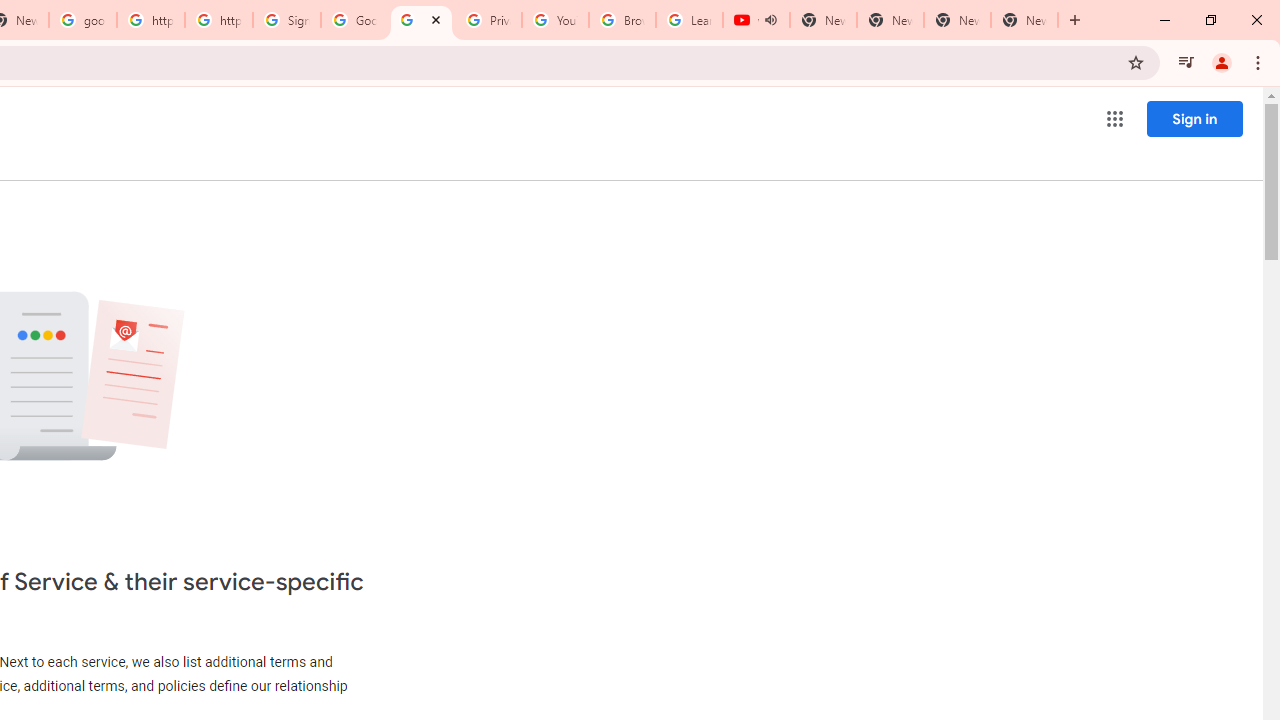 This screenshot has width=1280, height=720. What do you see at coordinates (150, 20) in the screenshot?
I see `'https://scholar.google.com/'` at bounding box center [150, 20].